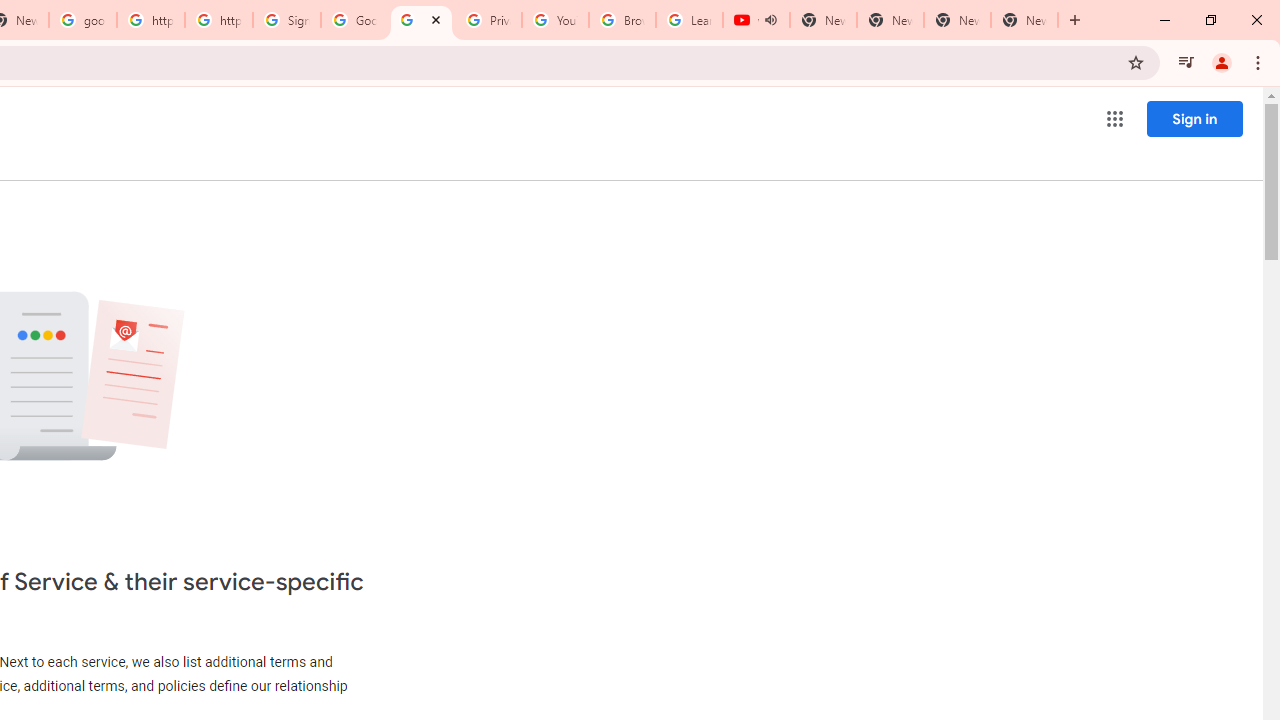 This screenshot has width=1280, height=720. What do you see at coordinates (150, 20) in the screenshot?
I see `'https://scholar.google.com/'` at bounding box center [150, 20].